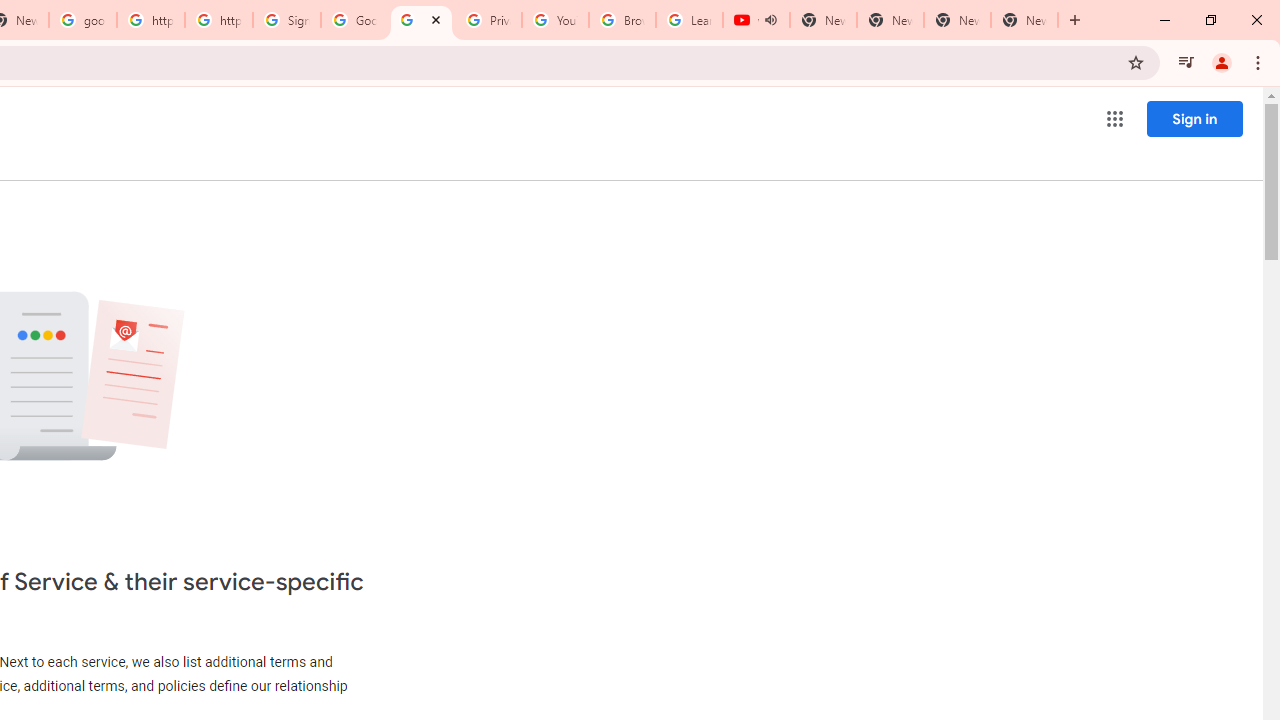 This screenshot has width=1280, height=720. What do you see at coordinates (150, 20) in the screenshot?
I see `'https://scholar.google.com/'` at bounding box center [150, 20].